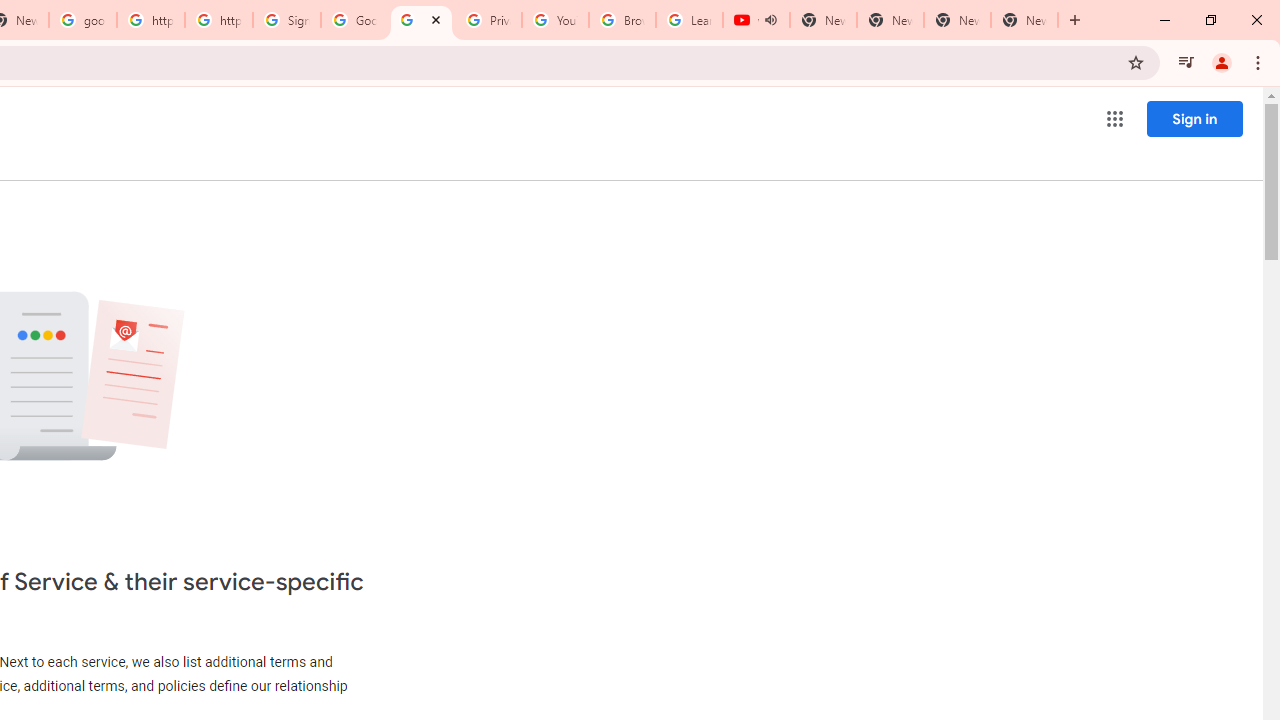 This screenshot has width=1280, height=720. What do you see at coordinates (150, 20) in the screenshot?
I see `'https://scholar.google.com/'` at bounding box center [150, 20].